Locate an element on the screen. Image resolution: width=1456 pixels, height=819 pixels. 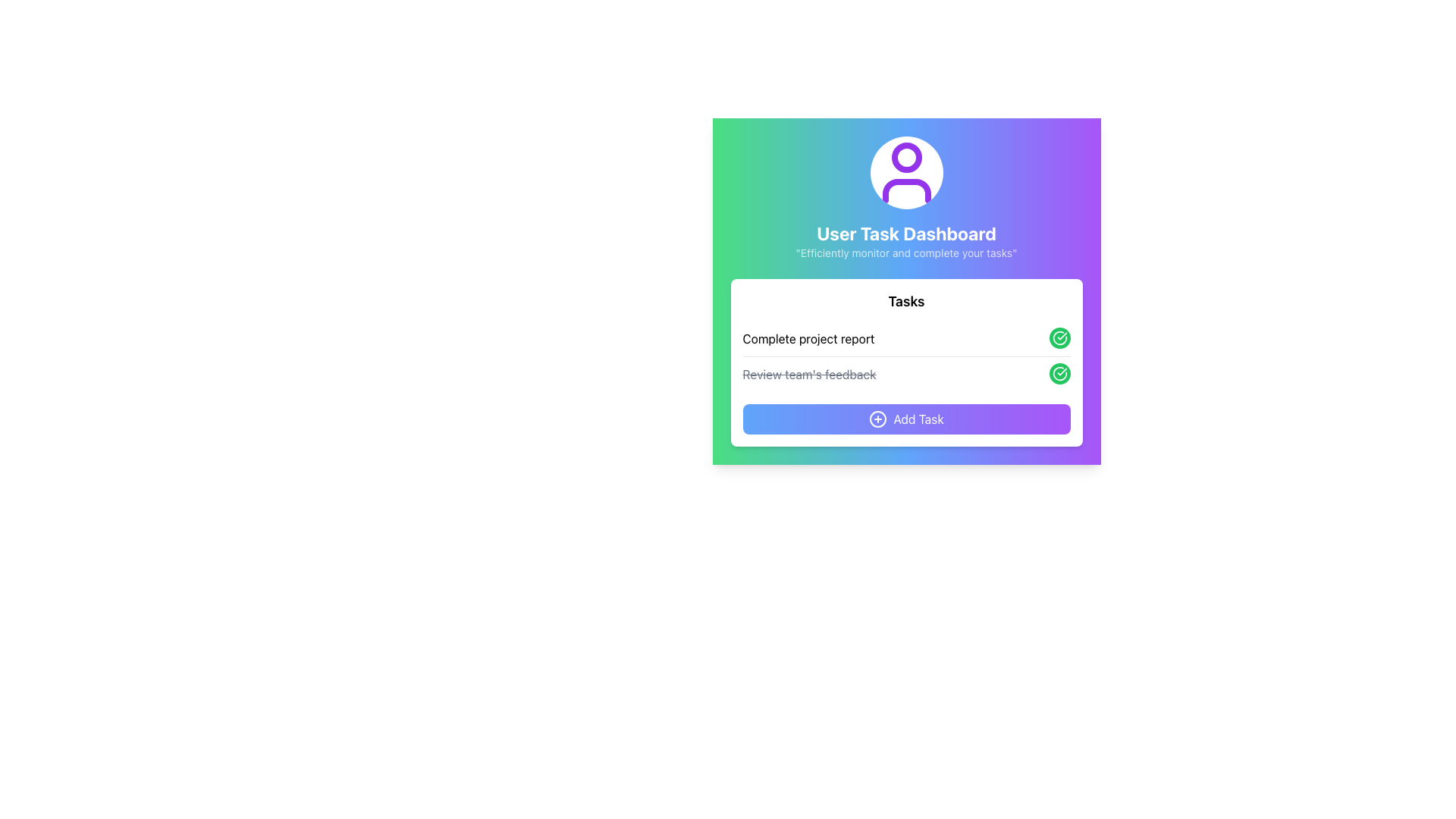
the task item labeled 'Review team's feedback' in the task management interface to indicate it is marked as done is located at coordinates (906, 374).